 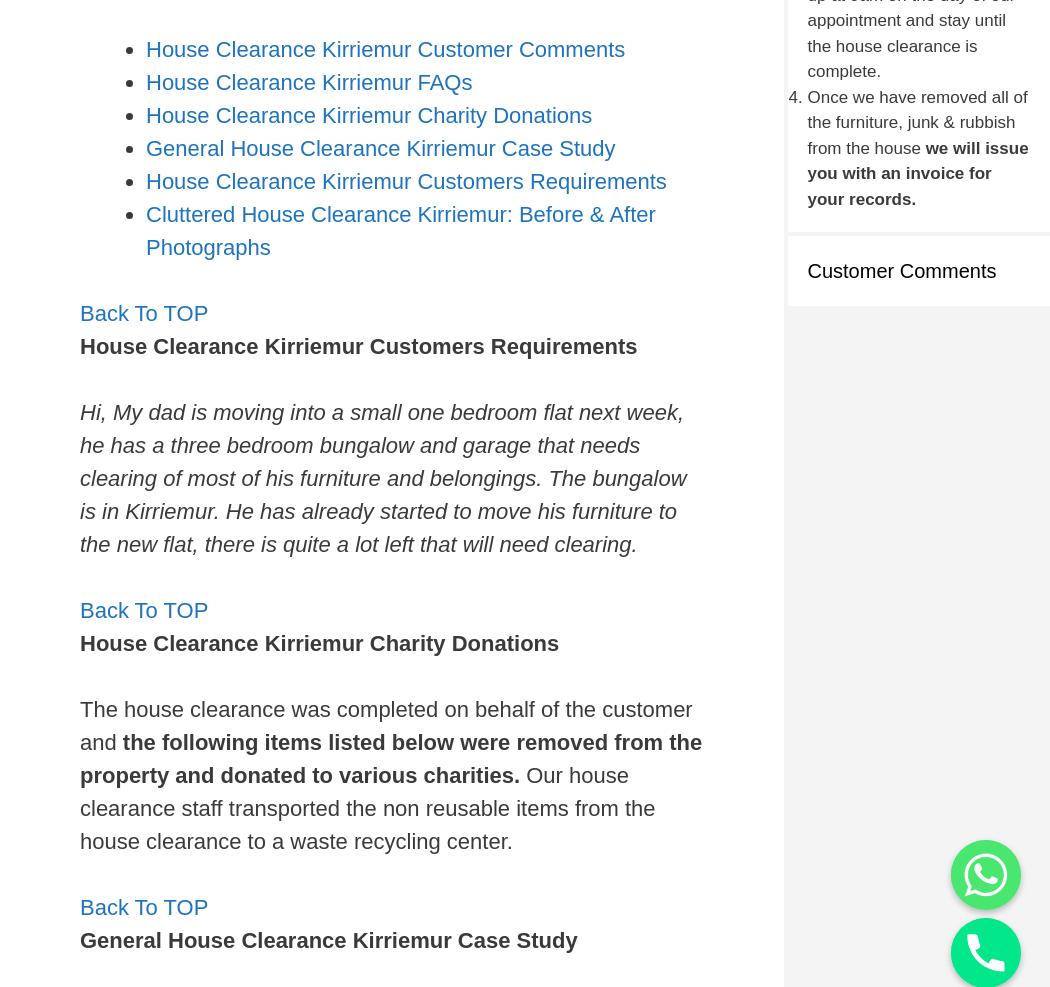 What do you see at coordinates (854, 766) in the screenshot?
I see `'Click The Green Arrow Button To Call Us On WhatsApp Or Type Your Message Here.'` at bounding box center [854, 766].